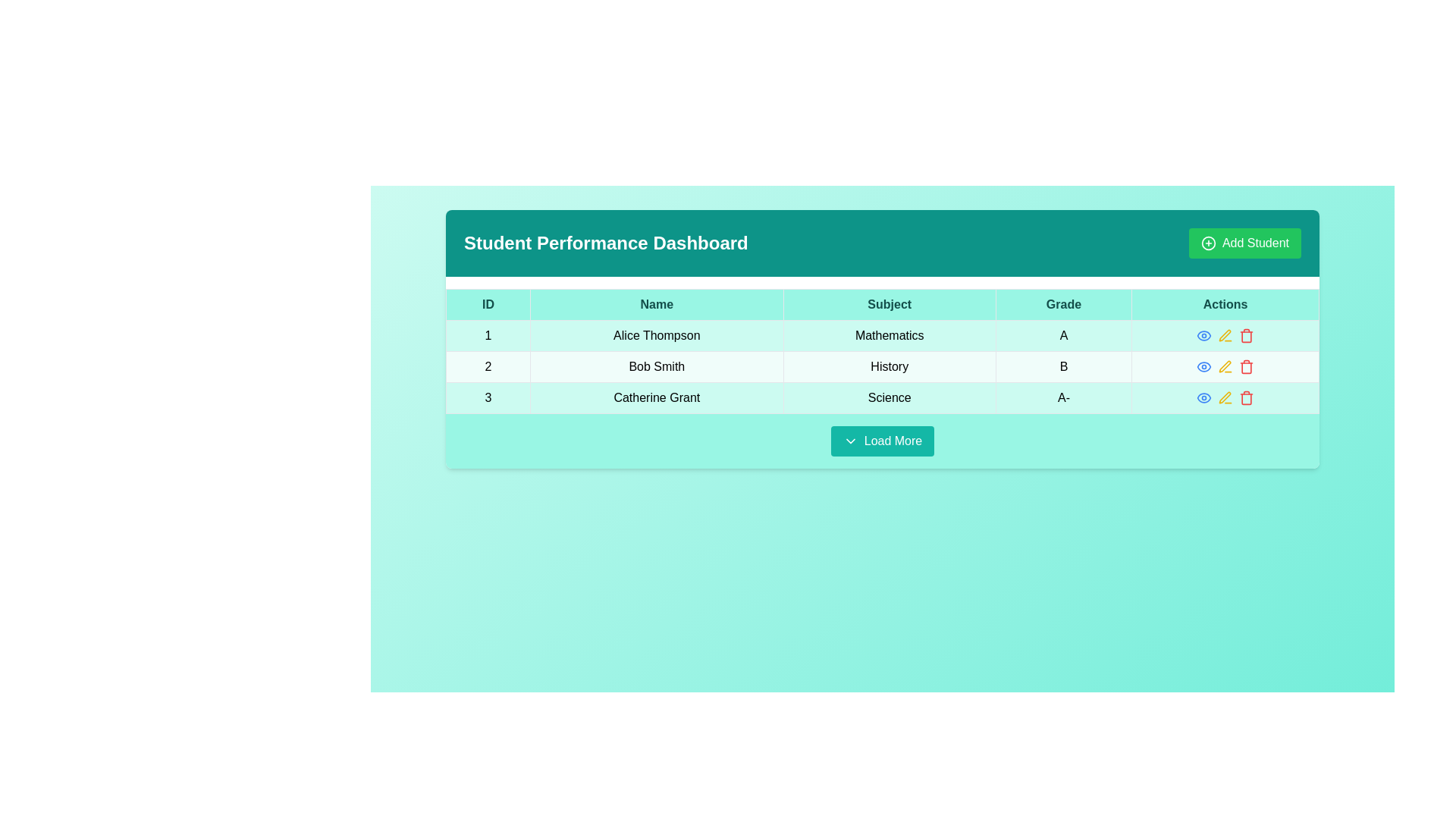 The height and width of the screenshot is (819, 1456). Describe the element at coordinates (1225, 366) in the screenshot. I see `the yellow pencil icon in the 'Actions' column of the row for 'Bob Smith'` at that location.